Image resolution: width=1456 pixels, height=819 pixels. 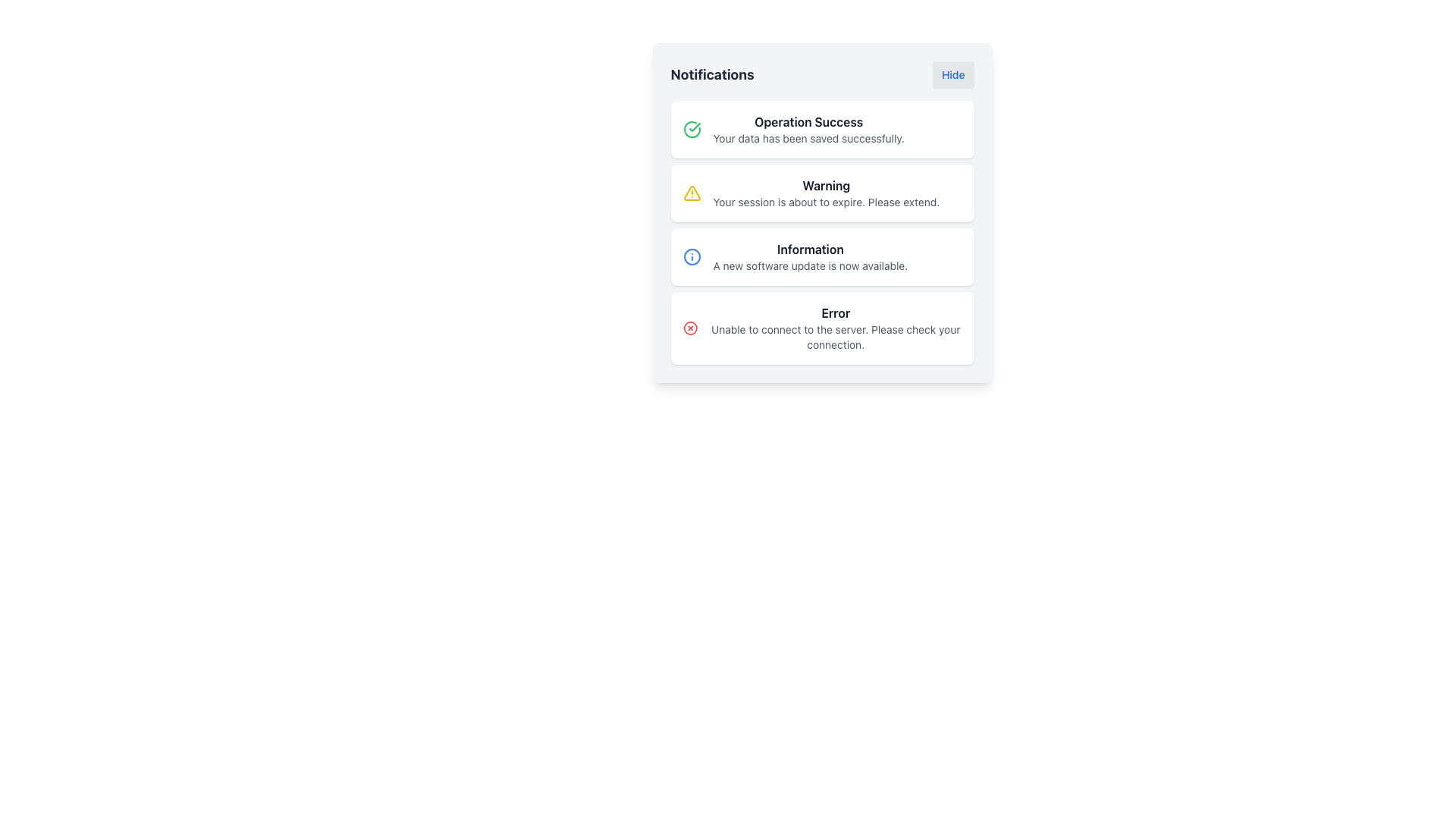 I want to click on the warning icon representing the session expiration notification, which is located in the left part of the 'Warning' notification block, adjacent to the text 'Your session is about to expire. Please extend.', so click(x=691, y=192).